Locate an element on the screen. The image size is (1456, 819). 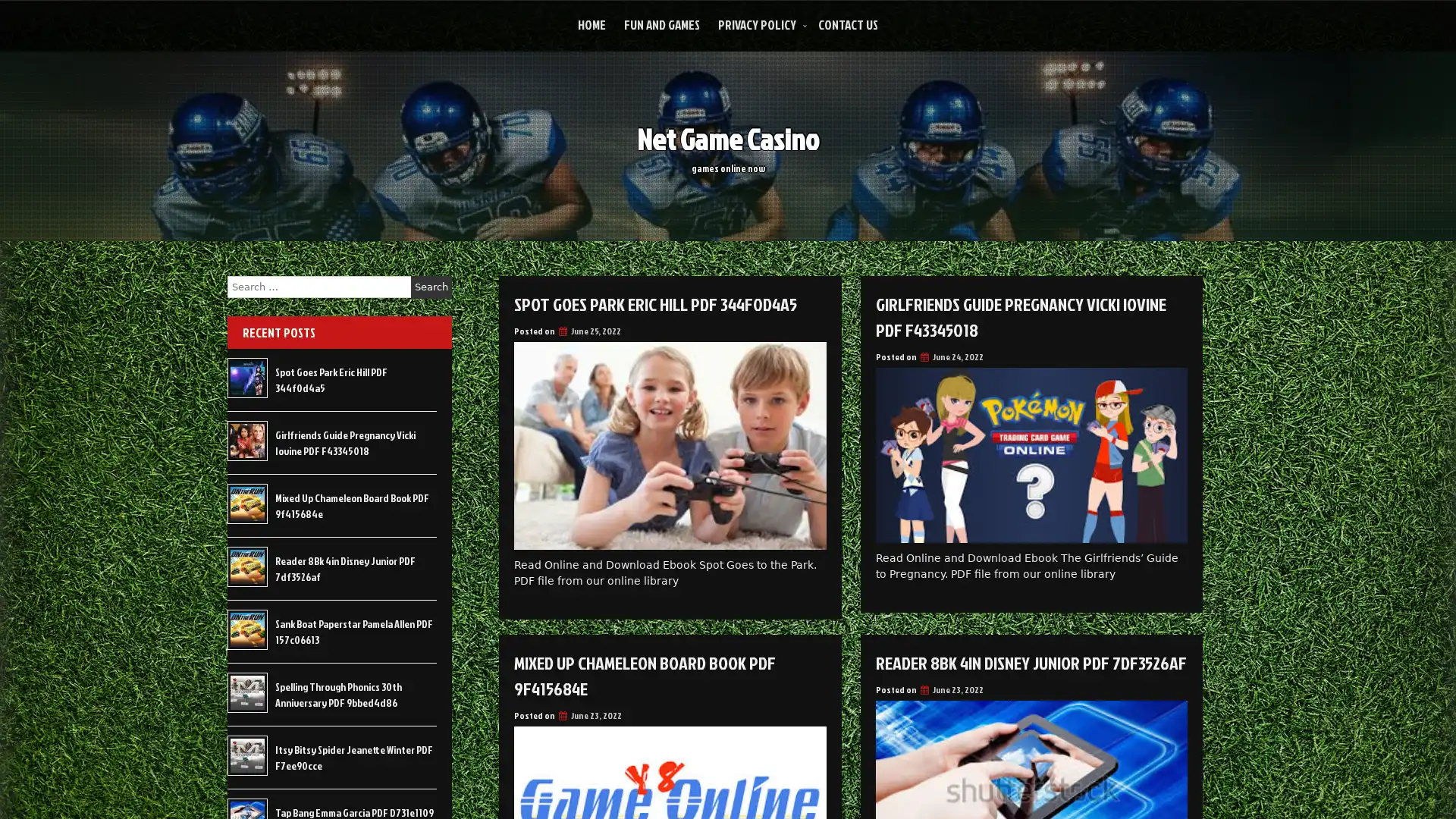
Search is located at coordinates (431, 287).